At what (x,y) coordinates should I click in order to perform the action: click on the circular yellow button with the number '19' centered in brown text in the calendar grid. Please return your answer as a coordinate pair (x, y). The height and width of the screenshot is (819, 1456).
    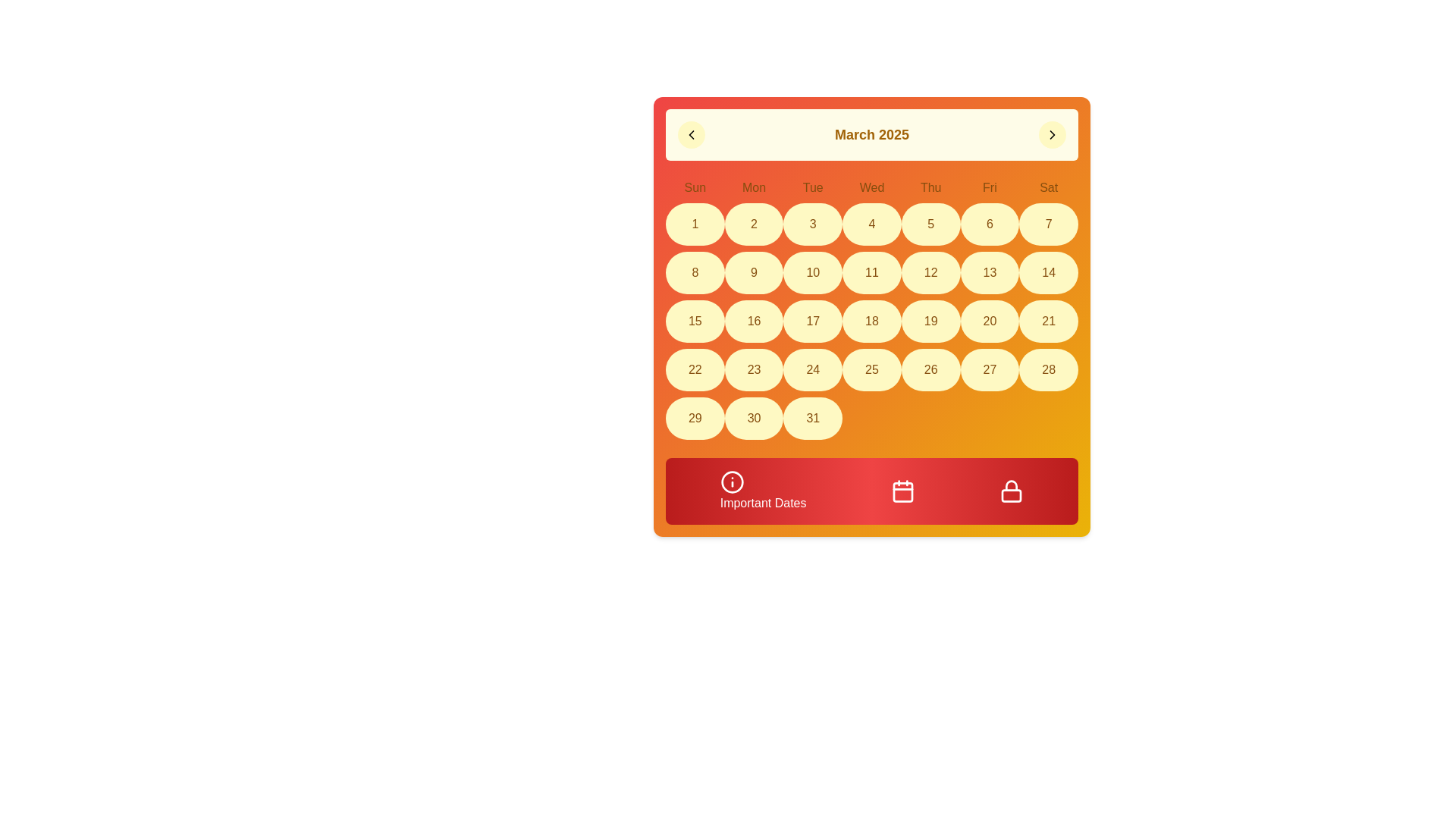
    Looking at the image, I should click on (930, 321).